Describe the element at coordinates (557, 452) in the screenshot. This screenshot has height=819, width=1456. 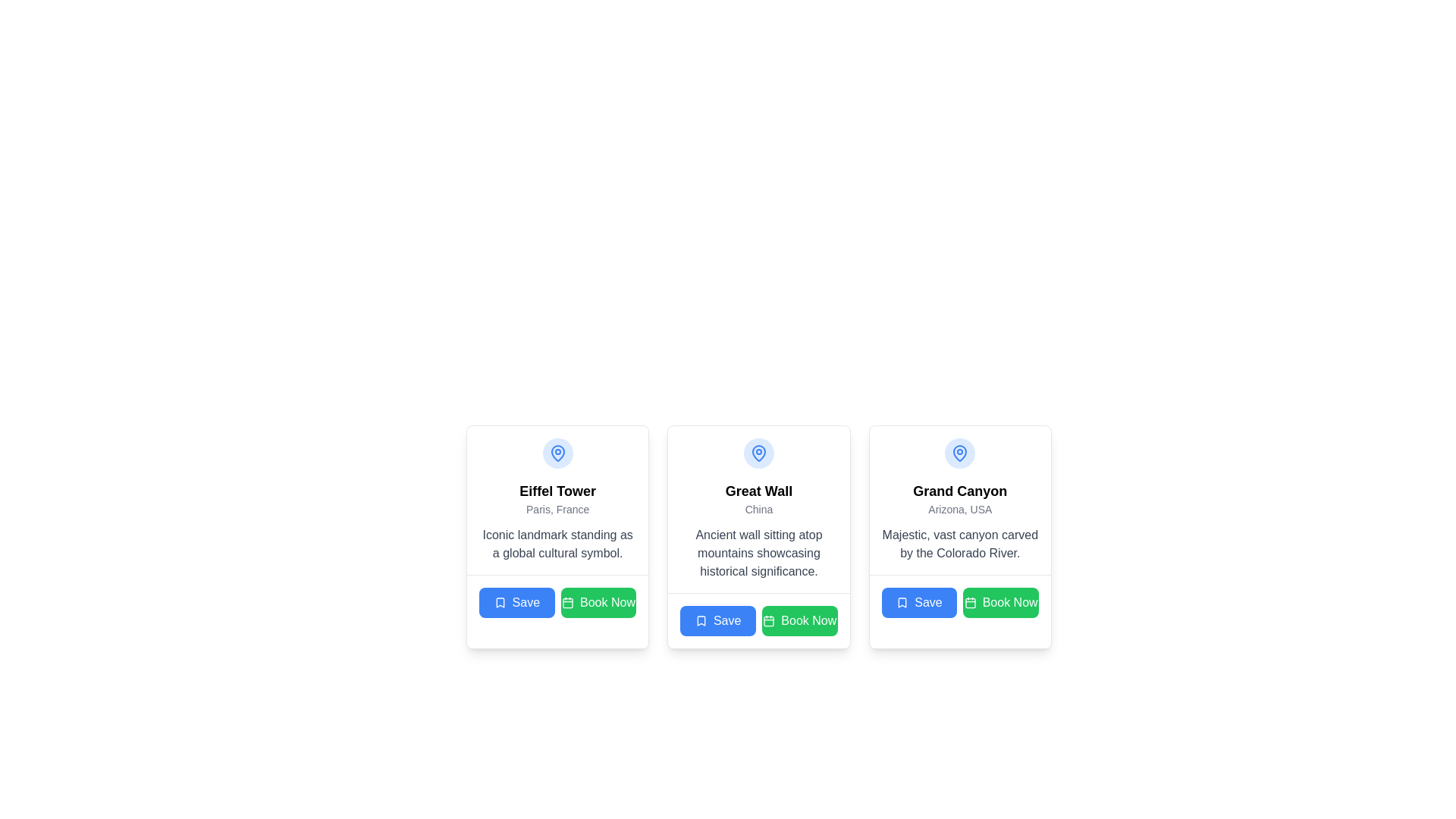
I see `the map pin icon located at the top section of the Eiffel Tower information card, which is characterized by a rounded shape with a blue outline and a lighter blue circular background` at that location.